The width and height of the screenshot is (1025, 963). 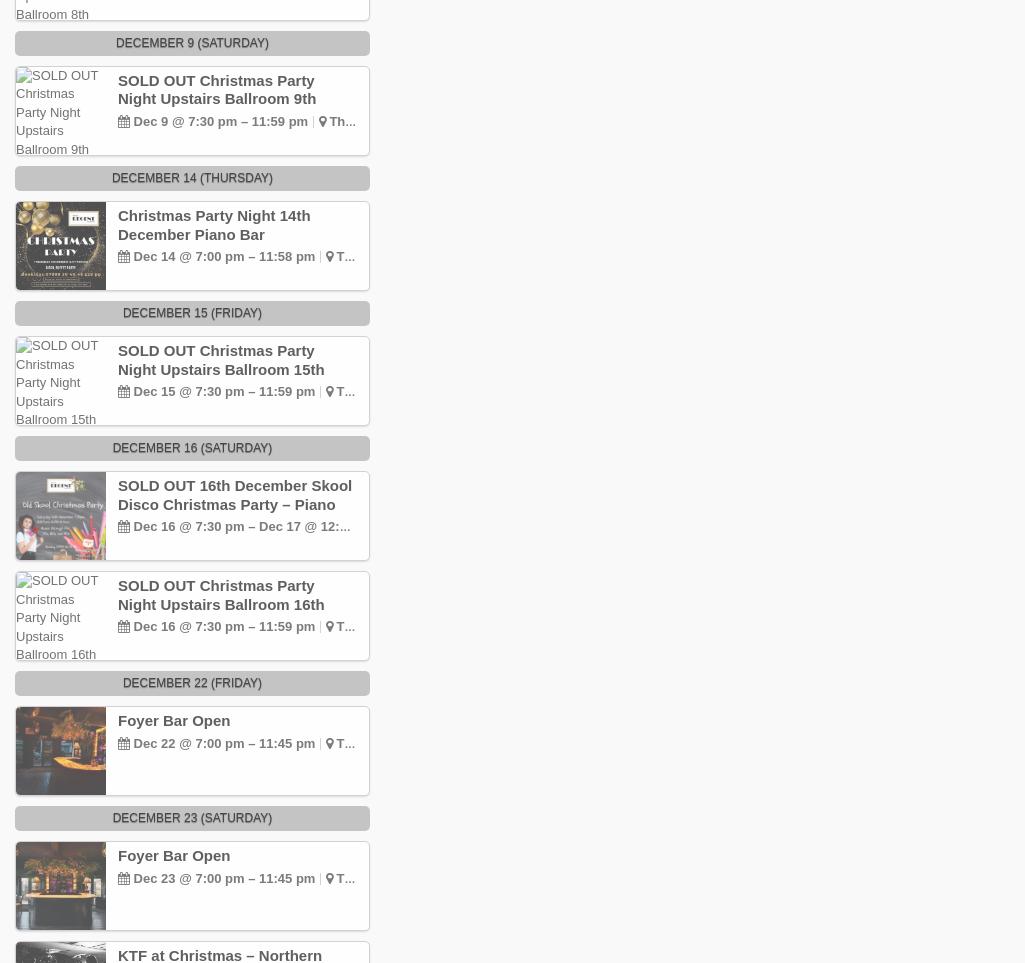 I want to click on 'December 22 (Friday)', so click(x=191, y=682).